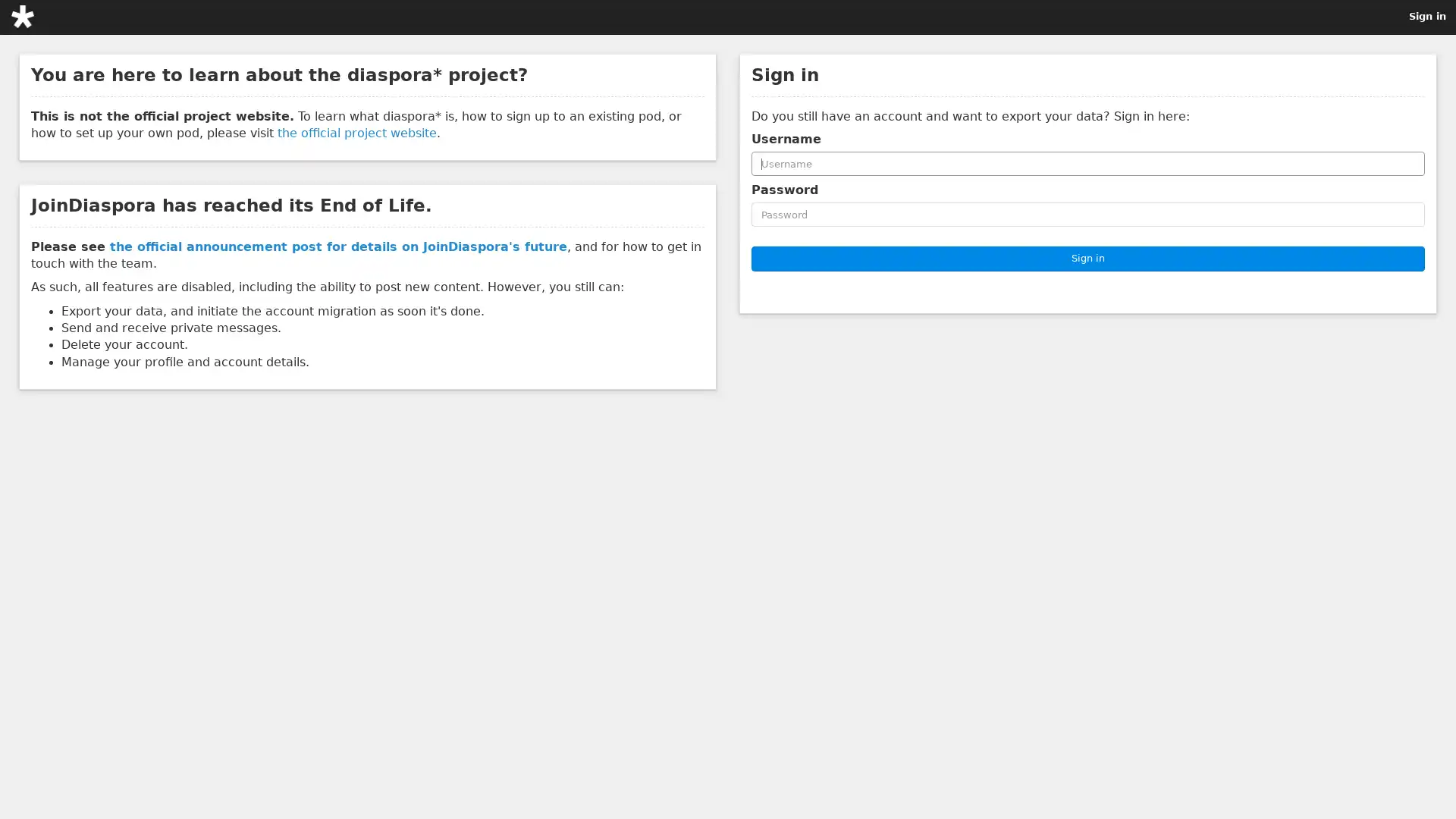  What do you see at coordinates (1087, 257) in the screenshot?
I see `Sign in` at bounding box center [1087, 257].